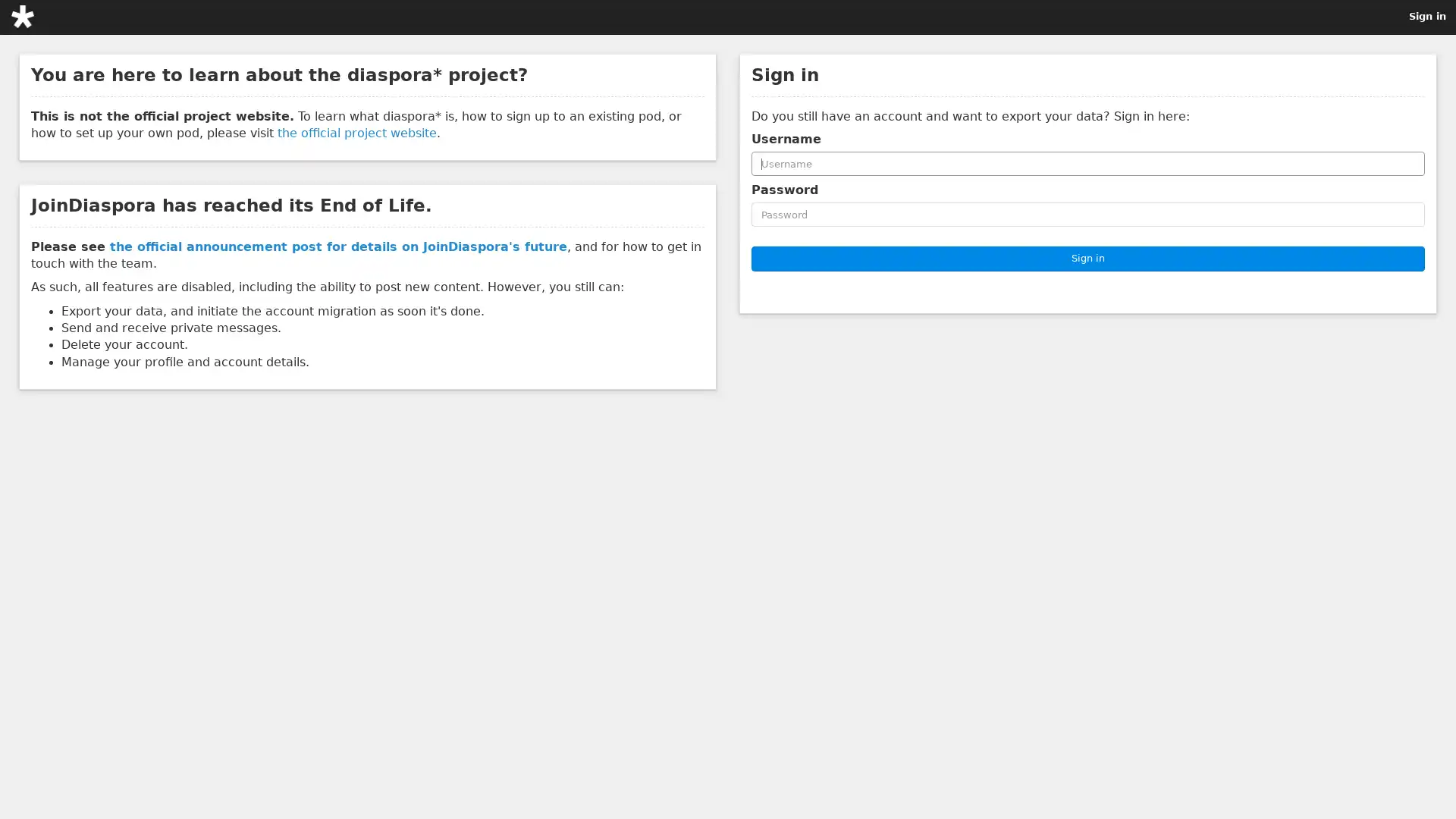  What do you see at coordinates (1087, 257) in the screenshot?
I see `Sign in` at bounding box center [1087, 257].